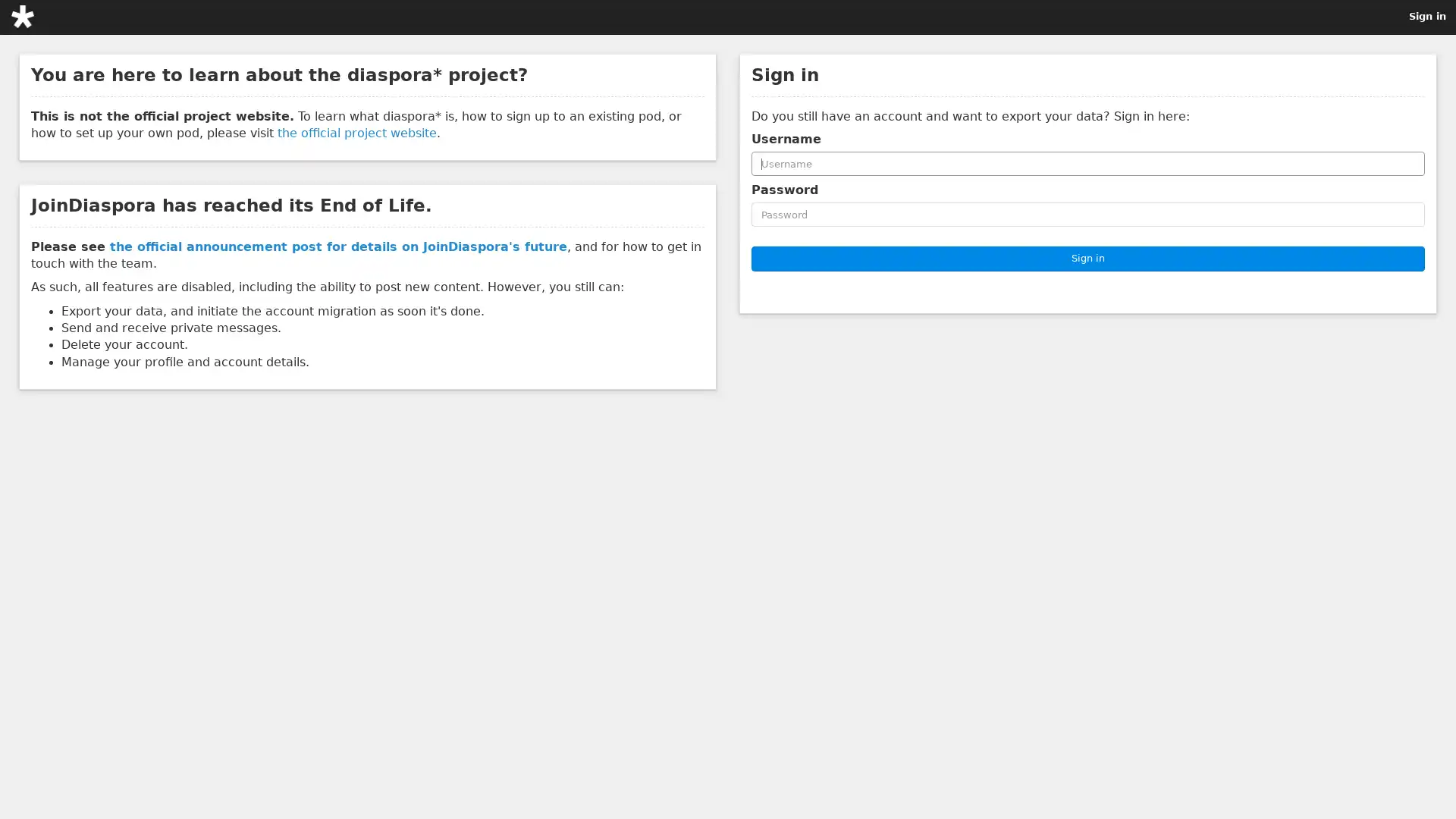  What do you see at coordinates (1087, 257) in the screenshot?
I see `Sign in` at bounding box center [1087, 257].